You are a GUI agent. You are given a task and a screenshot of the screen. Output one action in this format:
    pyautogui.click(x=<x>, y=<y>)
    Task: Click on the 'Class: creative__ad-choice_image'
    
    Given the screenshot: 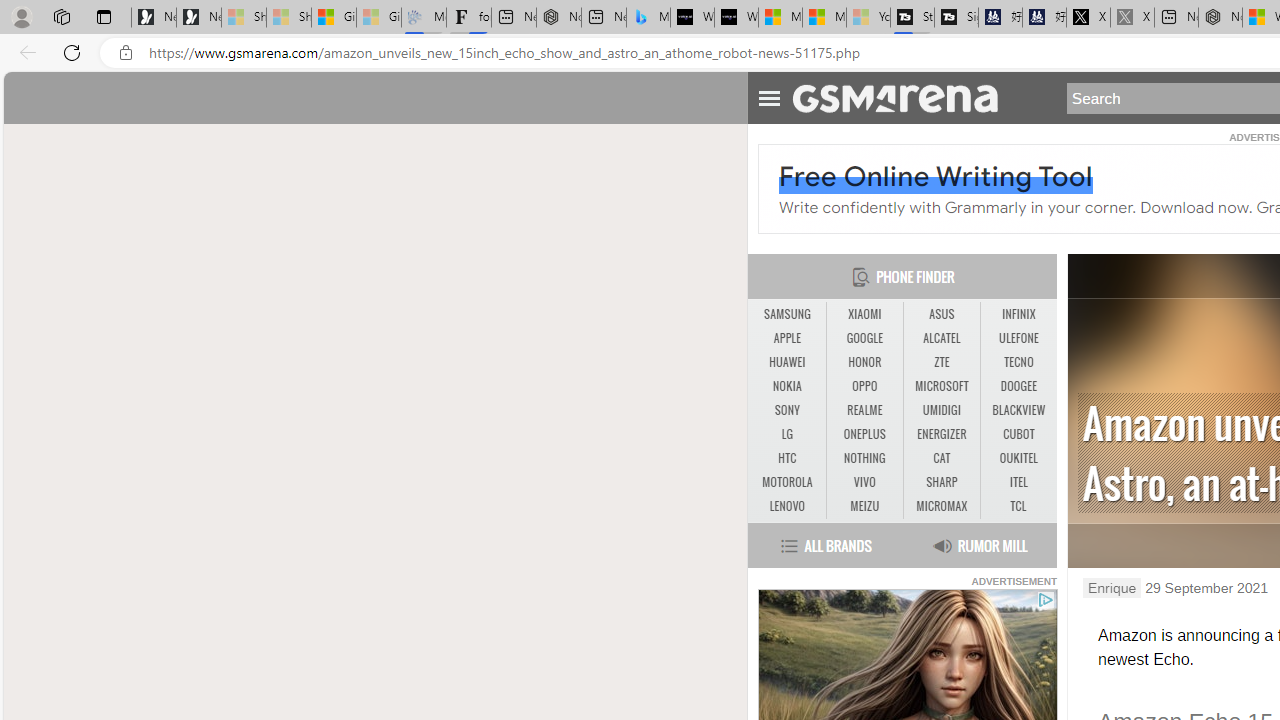 What is the action you would take?
    pyautogui.click(x=1044, y=599)
    